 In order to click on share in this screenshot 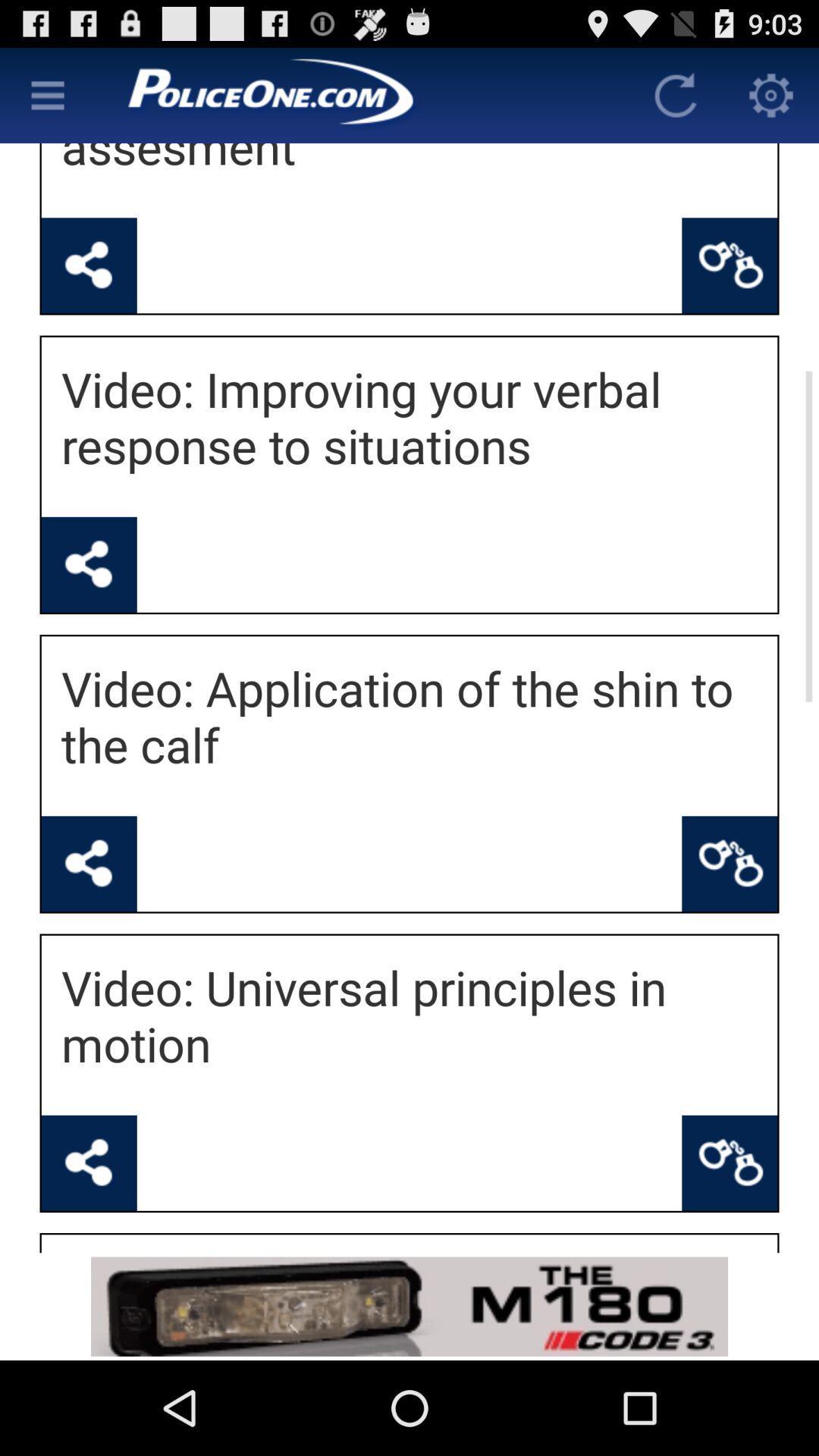, I will do `click(89, 864)`.